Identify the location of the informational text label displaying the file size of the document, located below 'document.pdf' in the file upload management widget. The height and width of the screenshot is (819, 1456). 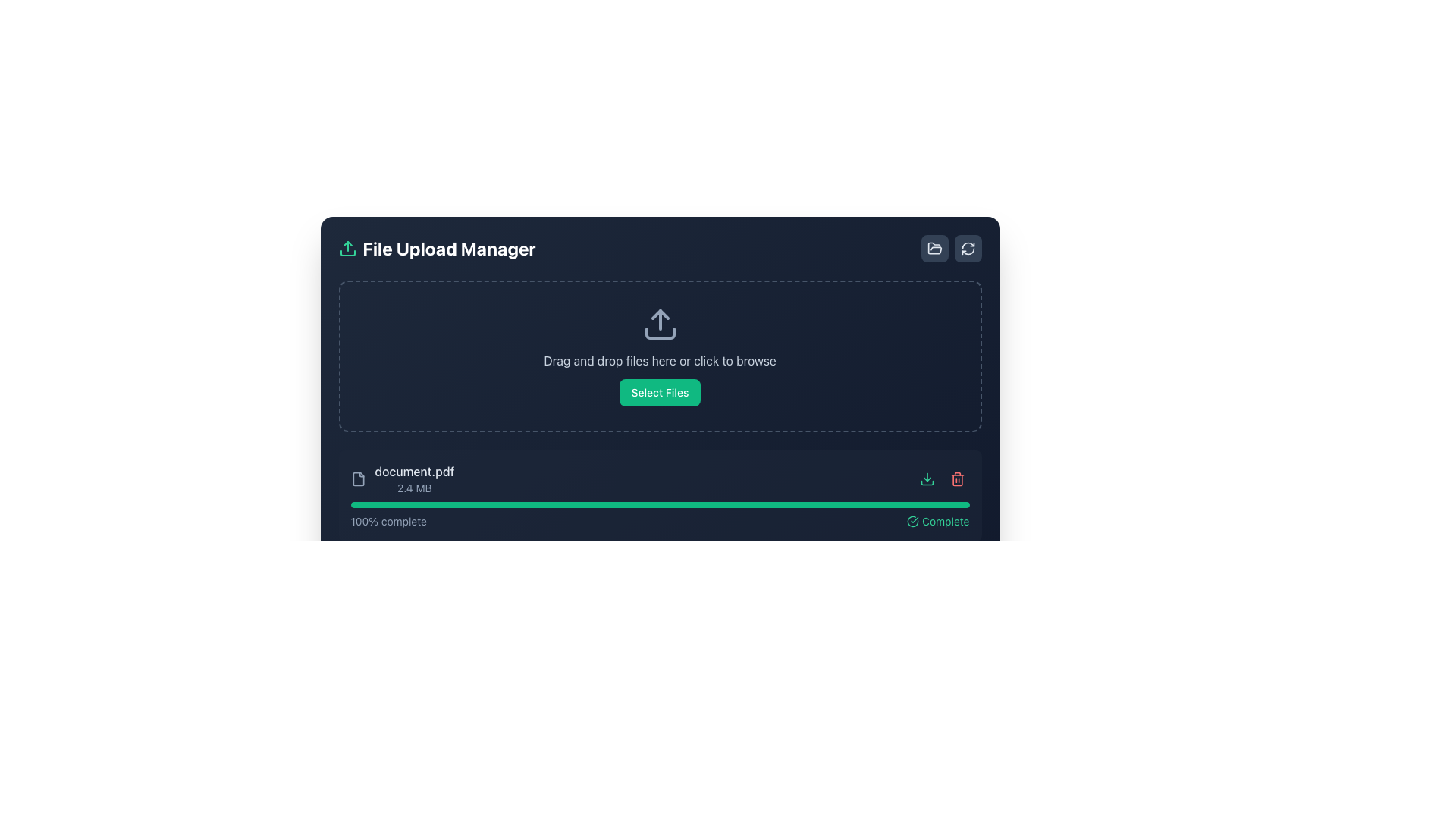
(414, 488).